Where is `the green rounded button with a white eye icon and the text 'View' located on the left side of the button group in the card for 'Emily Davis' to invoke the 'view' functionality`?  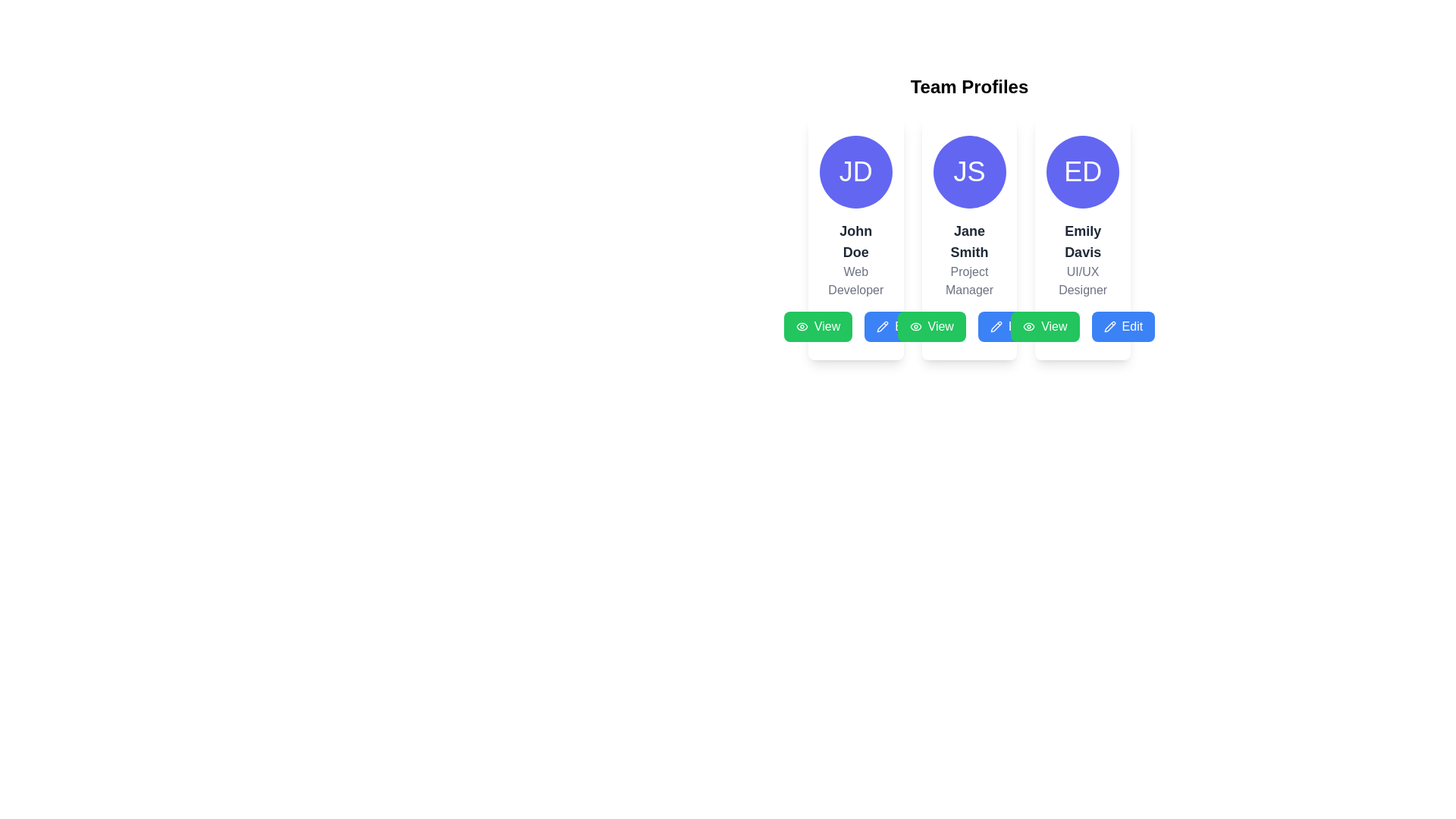 the green rounded button with a white eye icon and the text 'View' located on the left side of the button group in the card for 'Emily Davis' to invoke the 'view' functionality is located at coordinates (1044, 326).